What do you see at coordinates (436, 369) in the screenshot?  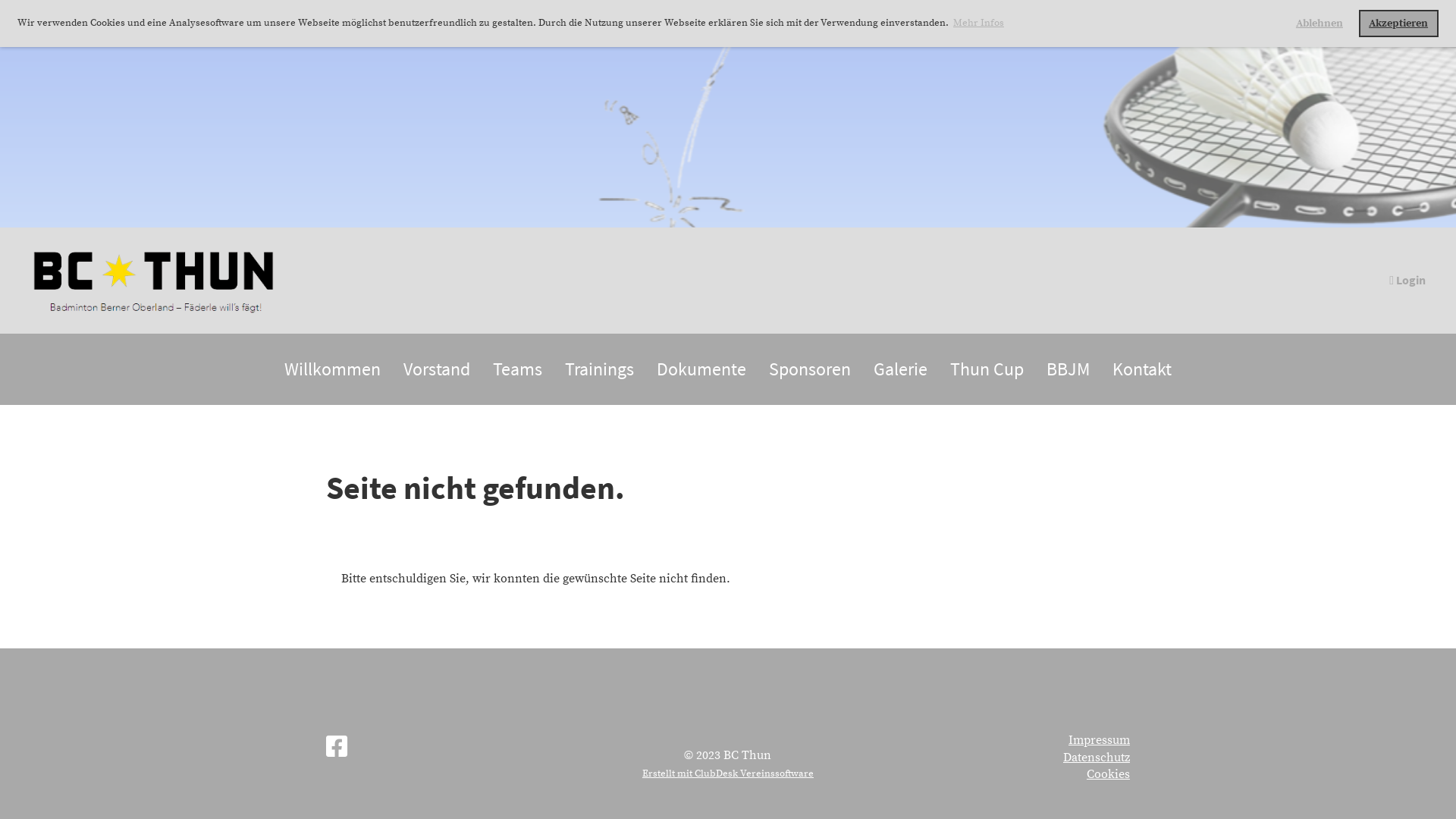 I see `'Vorstand'` at bounding box center [436, 369].